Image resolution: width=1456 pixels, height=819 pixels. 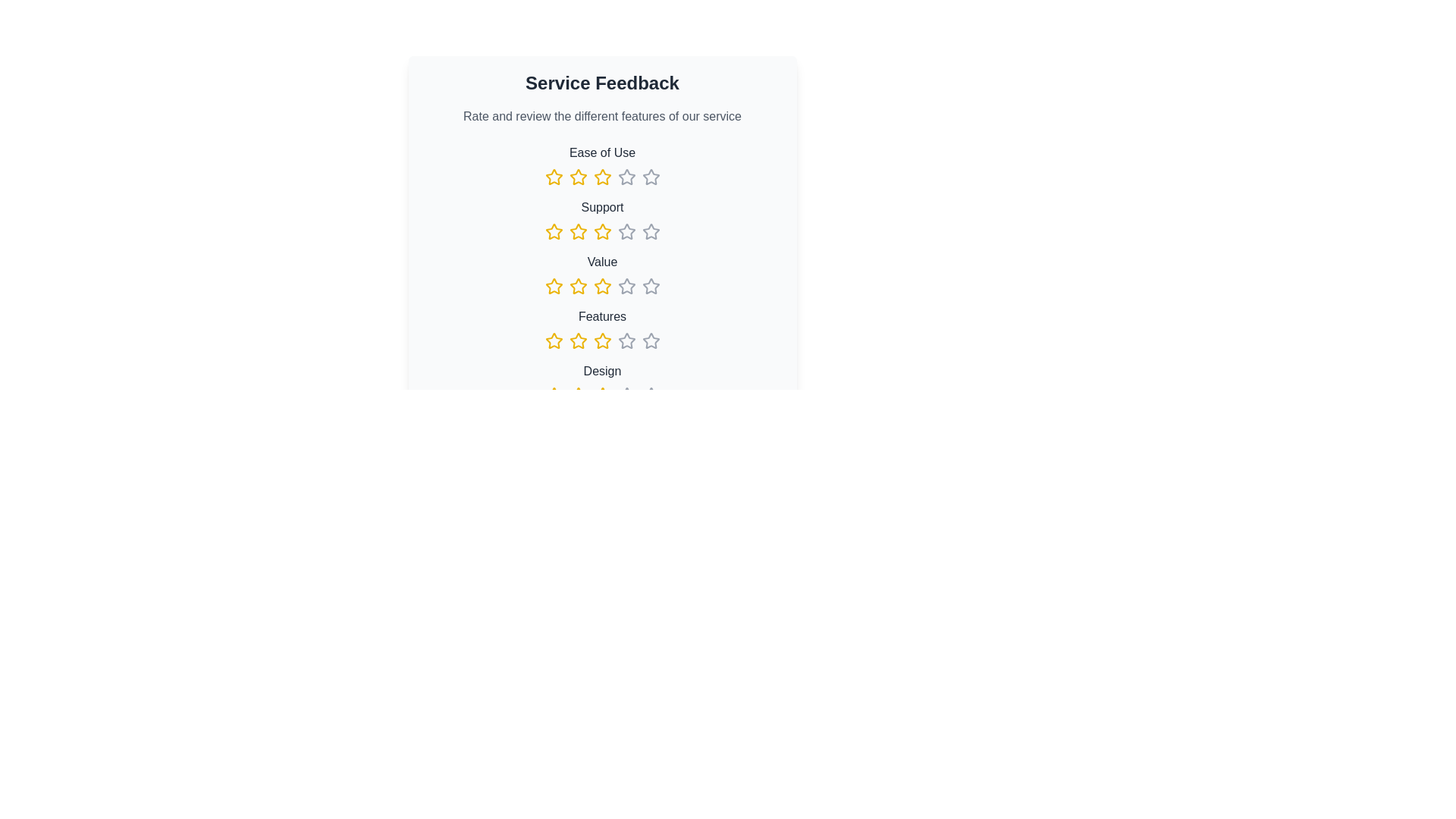 What do you see at coordinates (601, 371) in the screenshot?
I see `text label for the 'Design' rating, which is the fifth item in a vertical stack of labeled sections` at bounding box center [601, 371].